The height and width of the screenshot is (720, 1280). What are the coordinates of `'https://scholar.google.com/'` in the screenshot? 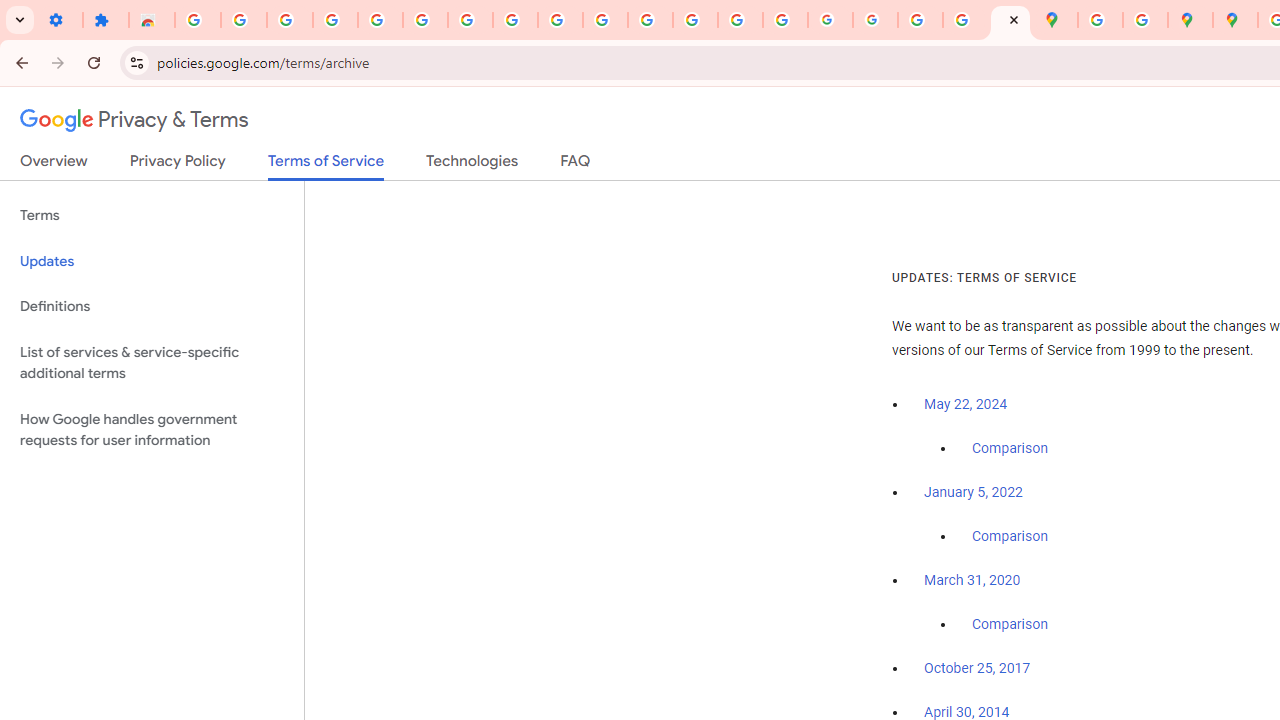 It's located at (650, 20).